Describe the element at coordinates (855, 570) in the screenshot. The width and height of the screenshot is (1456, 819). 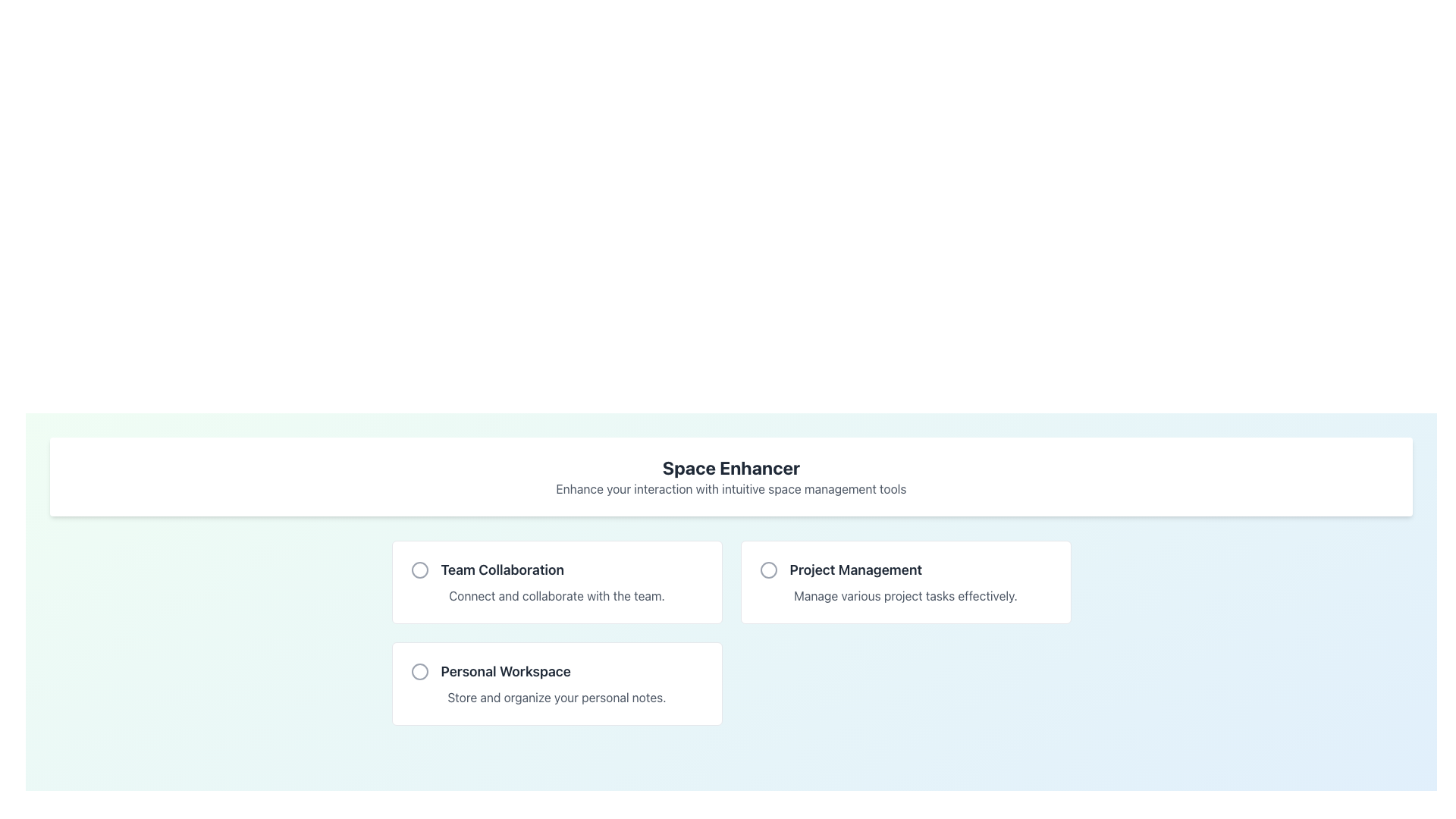
I see `text label displaying 'Project Management', which is bold and dark gray, located to the right of a circular radio button` at that location.